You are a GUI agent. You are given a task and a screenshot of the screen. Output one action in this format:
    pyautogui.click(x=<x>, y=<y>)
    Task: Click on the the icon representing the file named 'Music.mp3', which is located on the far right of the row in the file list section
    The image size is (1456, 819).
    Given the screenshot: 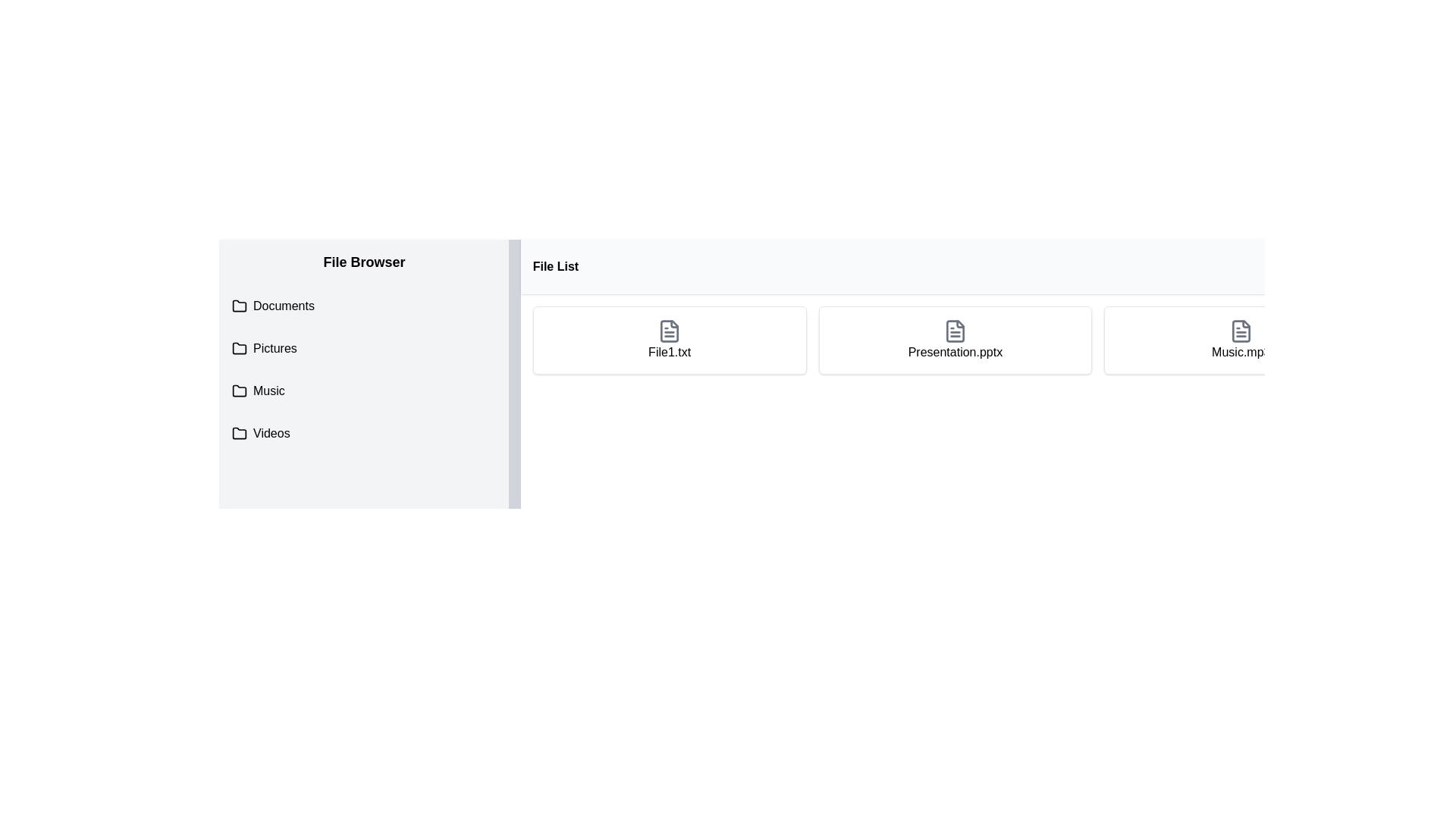 What is the action you would take?
    pyautogui.click(x=1241, y=330)
    